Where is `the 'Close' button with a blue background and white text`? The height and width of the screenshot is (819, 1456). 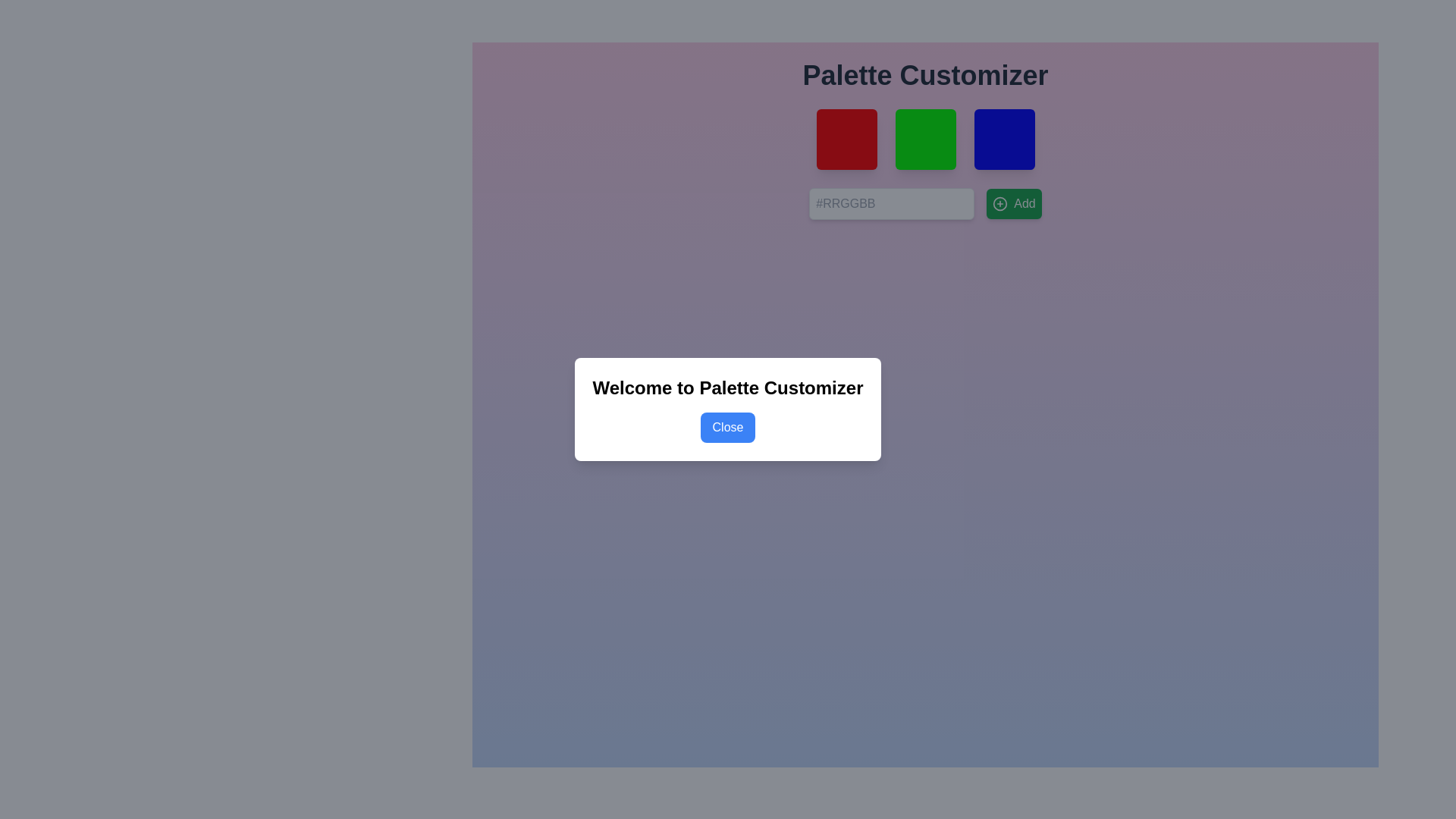
the 'Close' button with a blue background and white text is located at coordinates (728, 427).